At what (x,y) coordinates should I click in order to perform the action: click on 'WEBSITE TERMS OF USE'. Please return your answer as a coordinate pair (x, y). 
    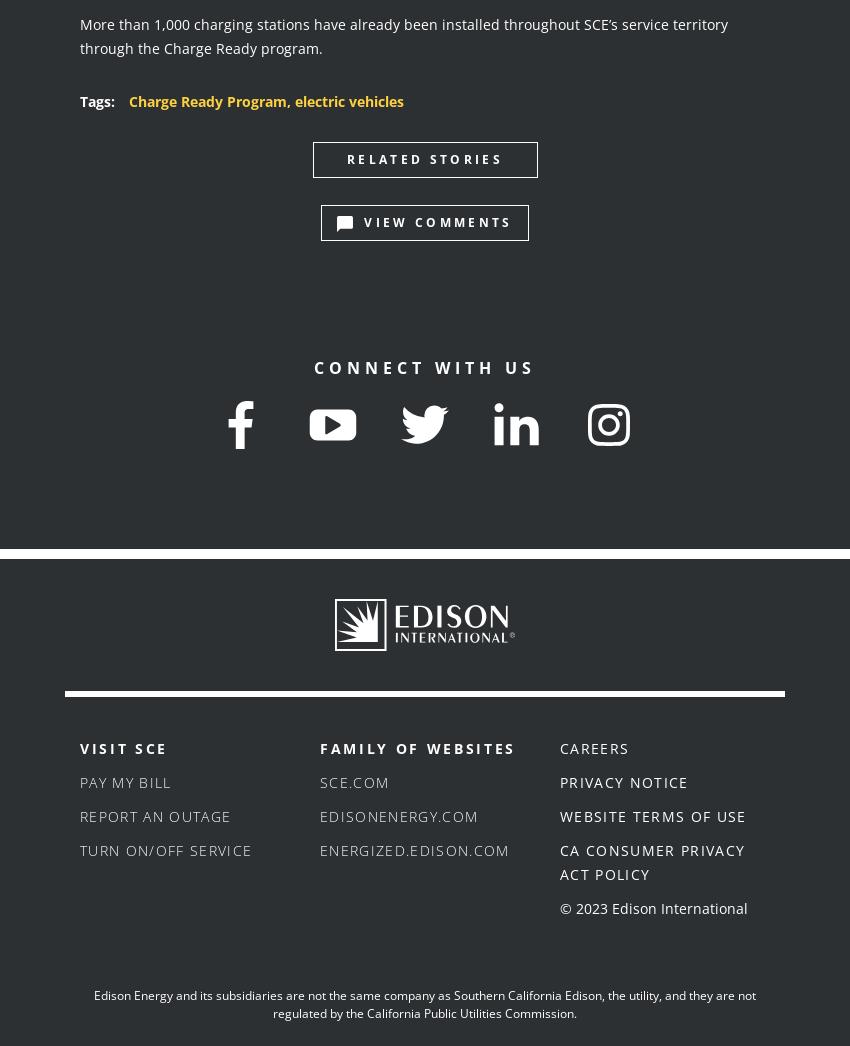
    Looking at the image, I should click on (652, 816).